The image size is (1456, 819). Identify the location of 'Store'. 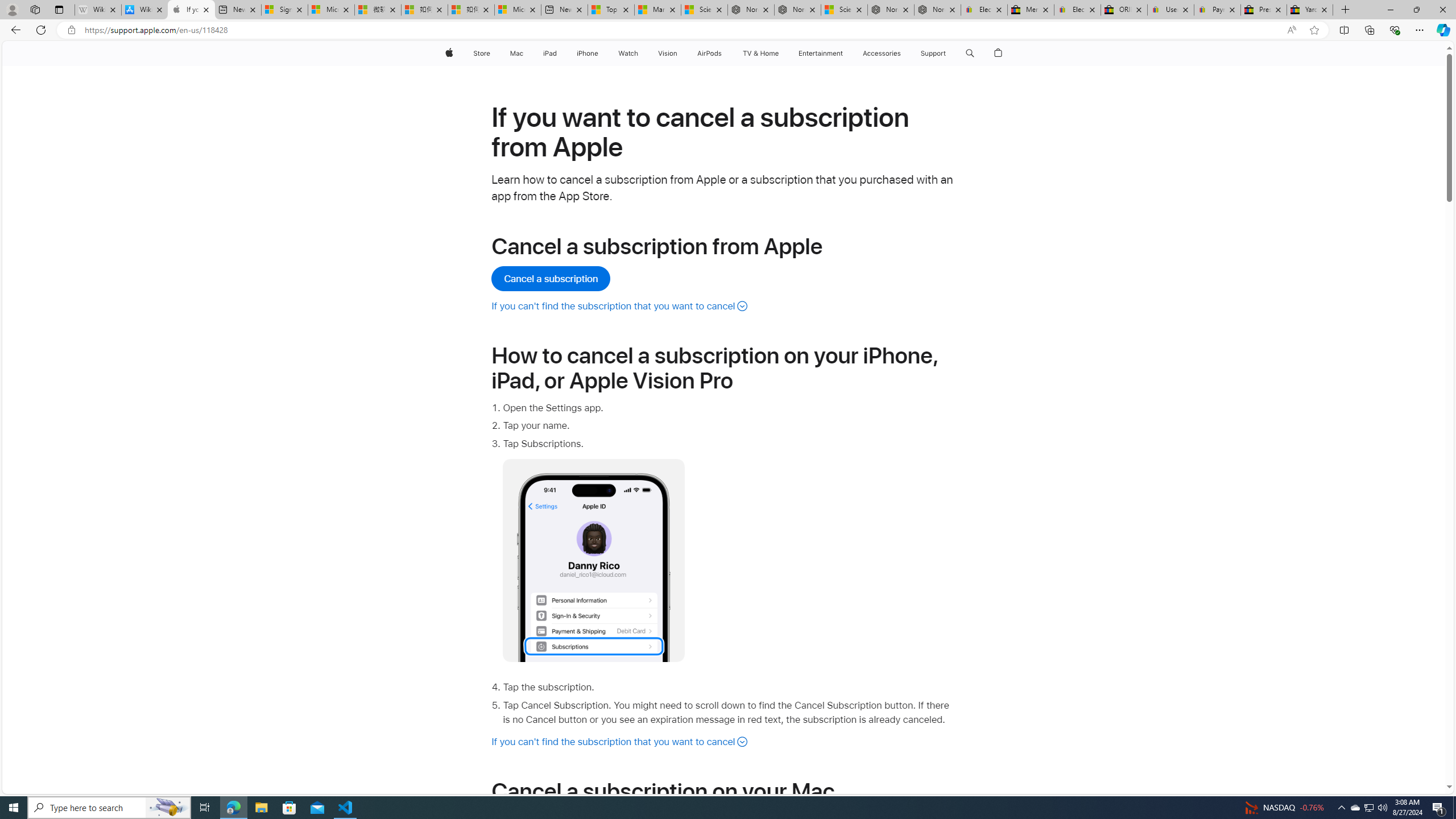
(481, 53).